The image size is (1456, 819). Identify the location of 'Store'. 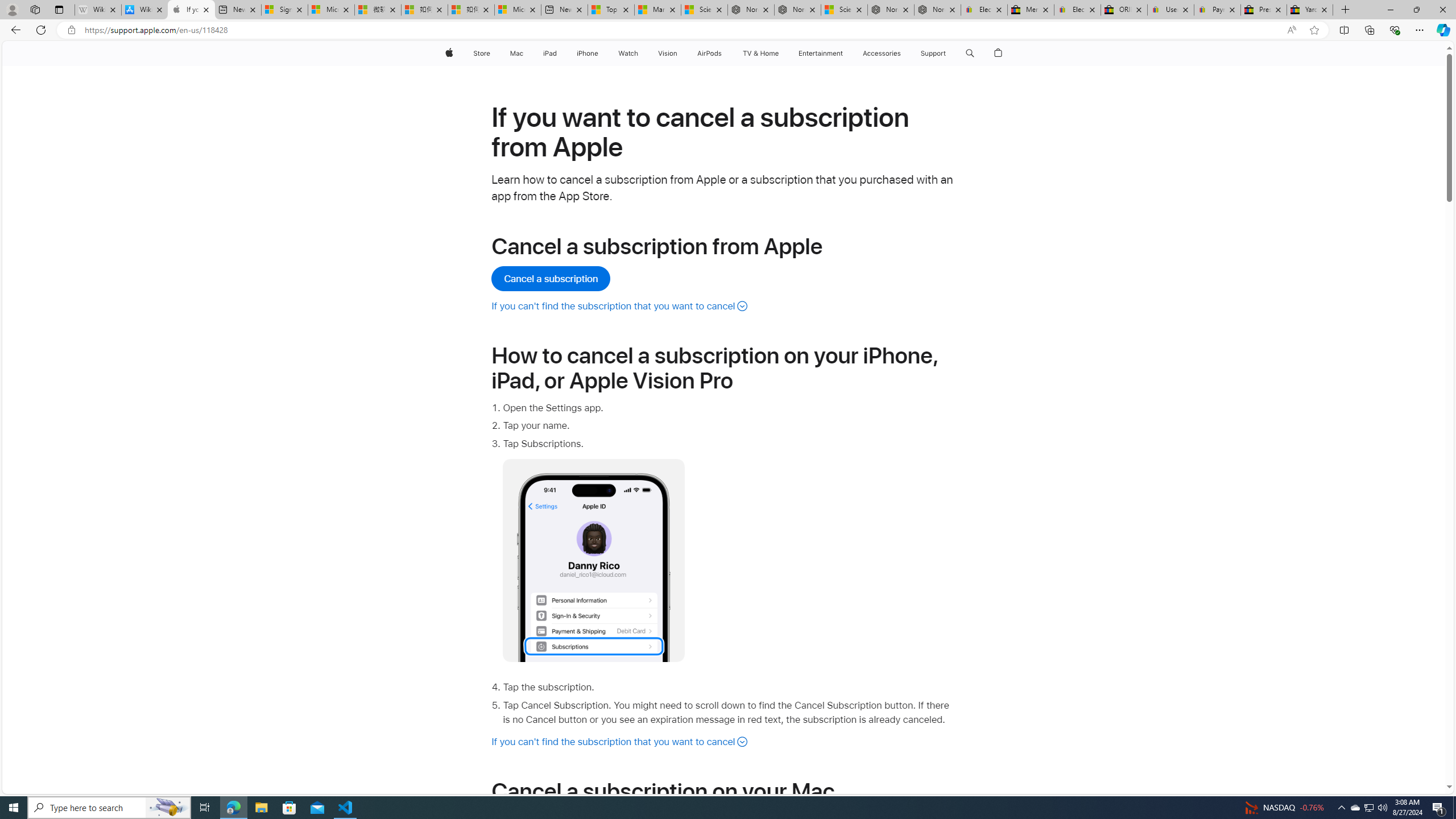
(481, 53).